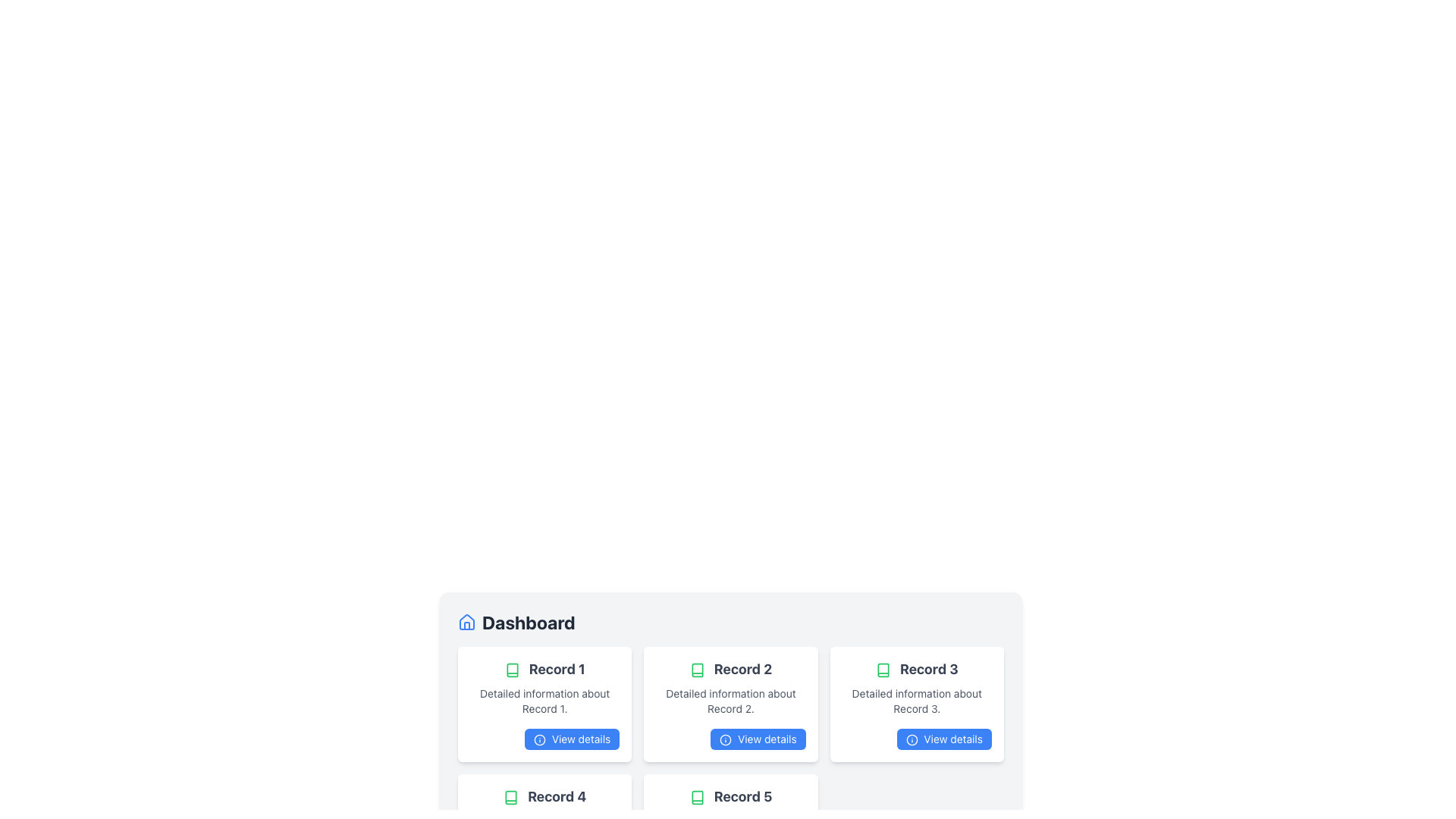  What do you see at coordinates (883, 670) in the screenshot?
I see `the green book icon representing the dashboard indicator located in the top-left corner of the 'Record 3' card` at bounding box center [883, 670].